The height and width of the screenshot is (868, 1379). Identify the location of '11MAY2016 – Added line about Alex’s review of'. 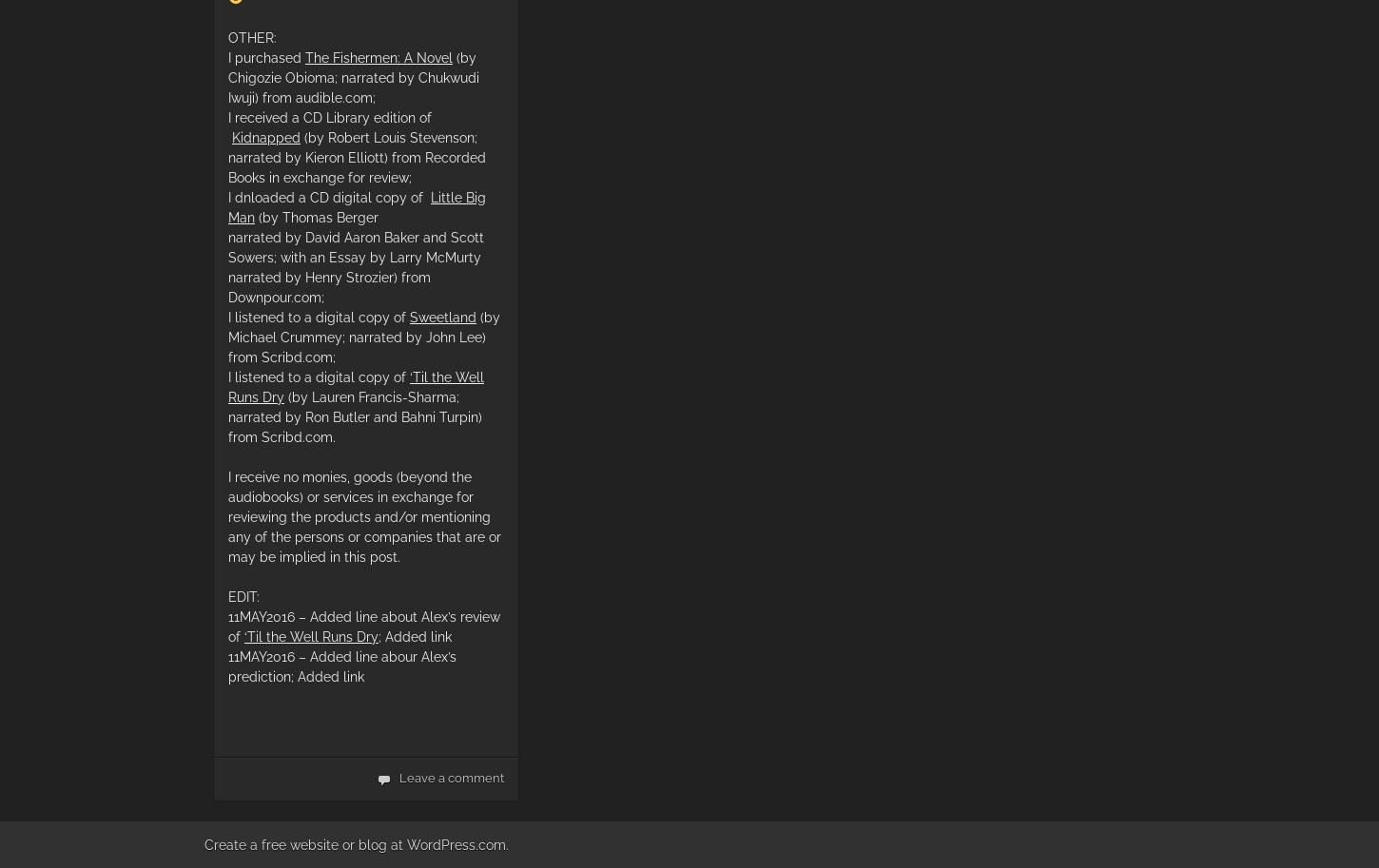
(362, 626).